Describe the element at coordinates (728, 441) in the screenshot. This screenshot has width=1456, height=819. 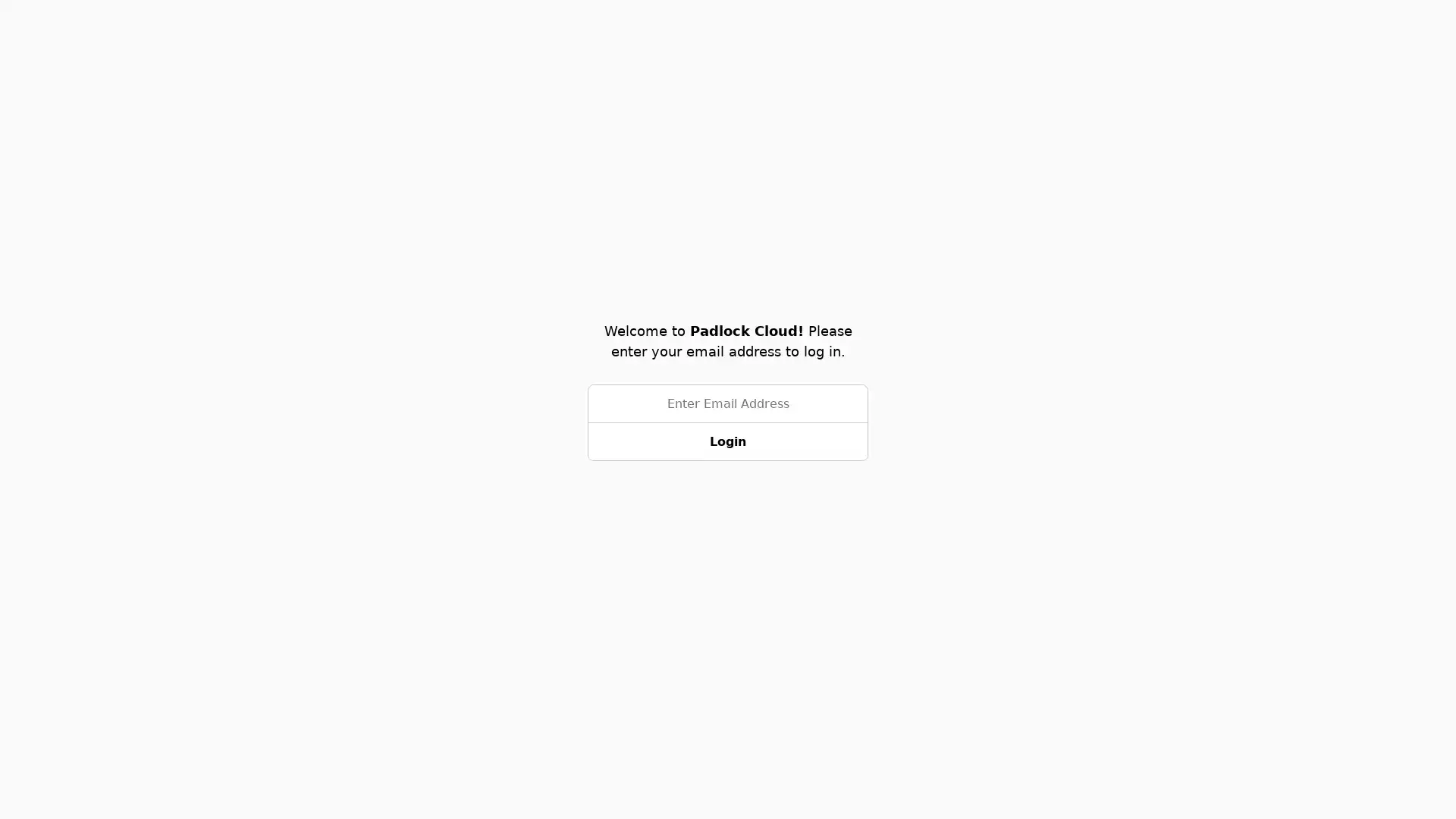
I see `Login` at that location.